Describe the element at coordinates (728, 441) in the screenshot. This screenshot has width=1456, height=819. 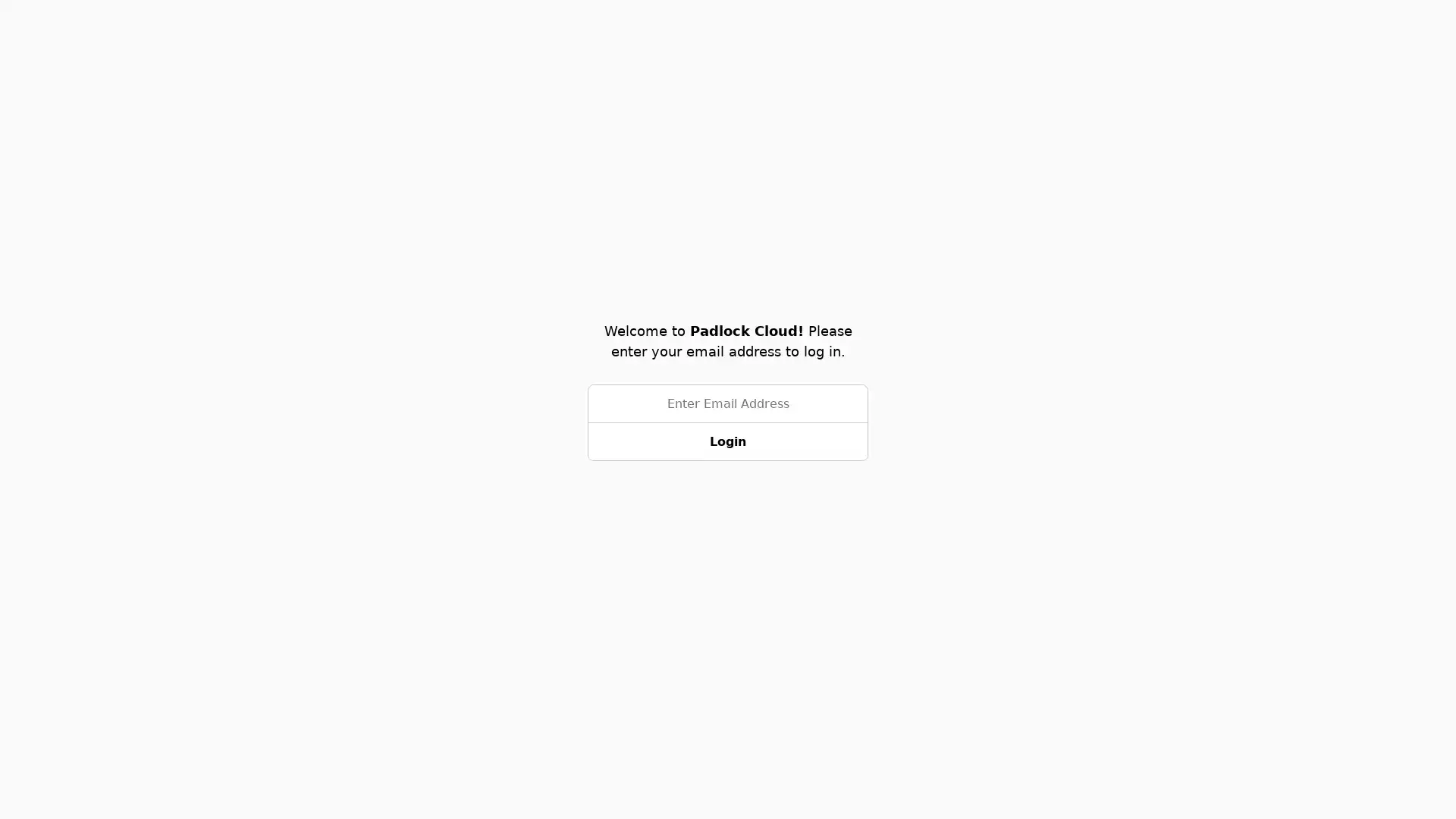
I see `Login` at that location.